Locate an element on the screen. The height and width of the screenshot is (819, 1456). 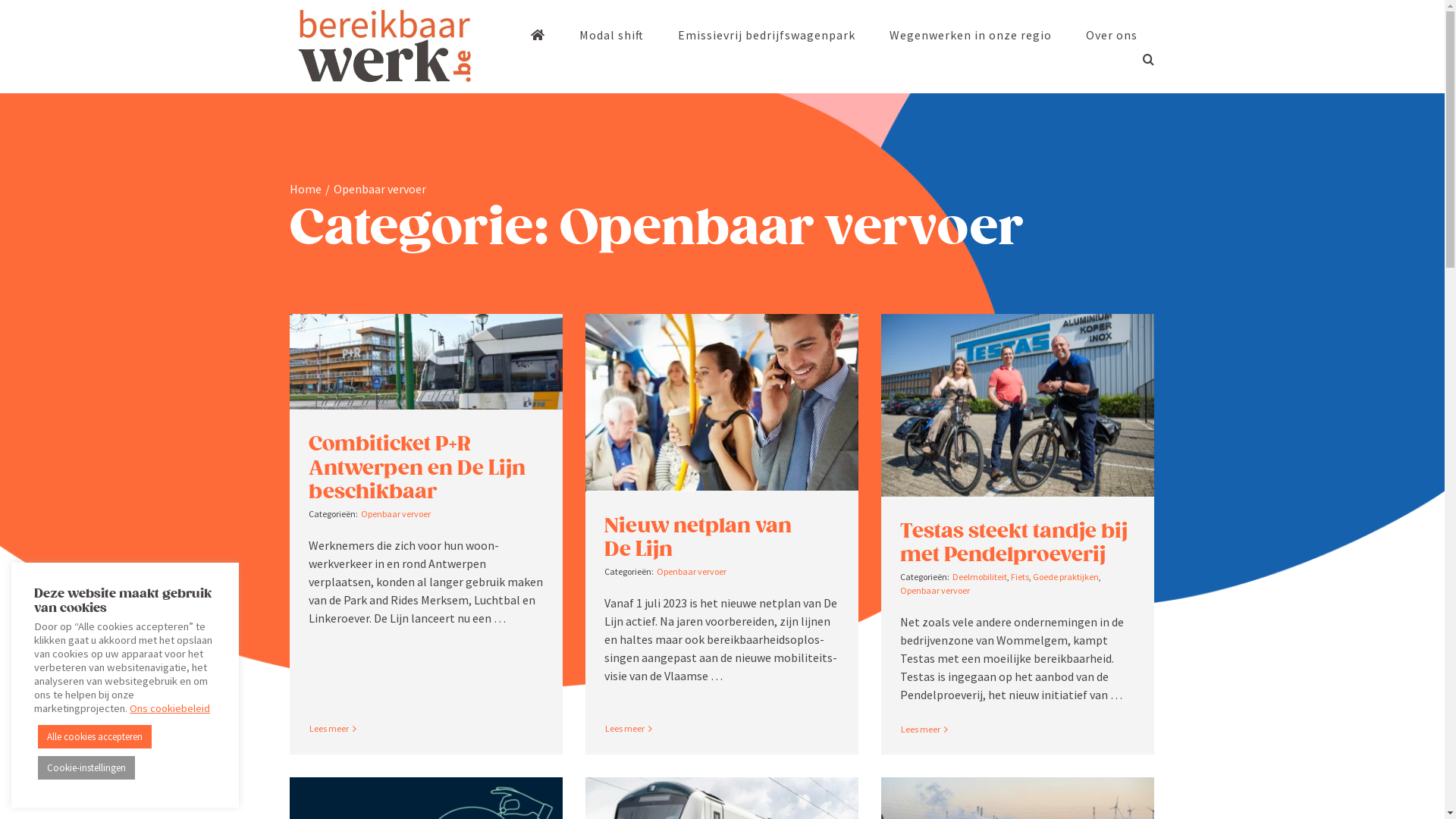
'Search' is located at coordinates (1147, 58).